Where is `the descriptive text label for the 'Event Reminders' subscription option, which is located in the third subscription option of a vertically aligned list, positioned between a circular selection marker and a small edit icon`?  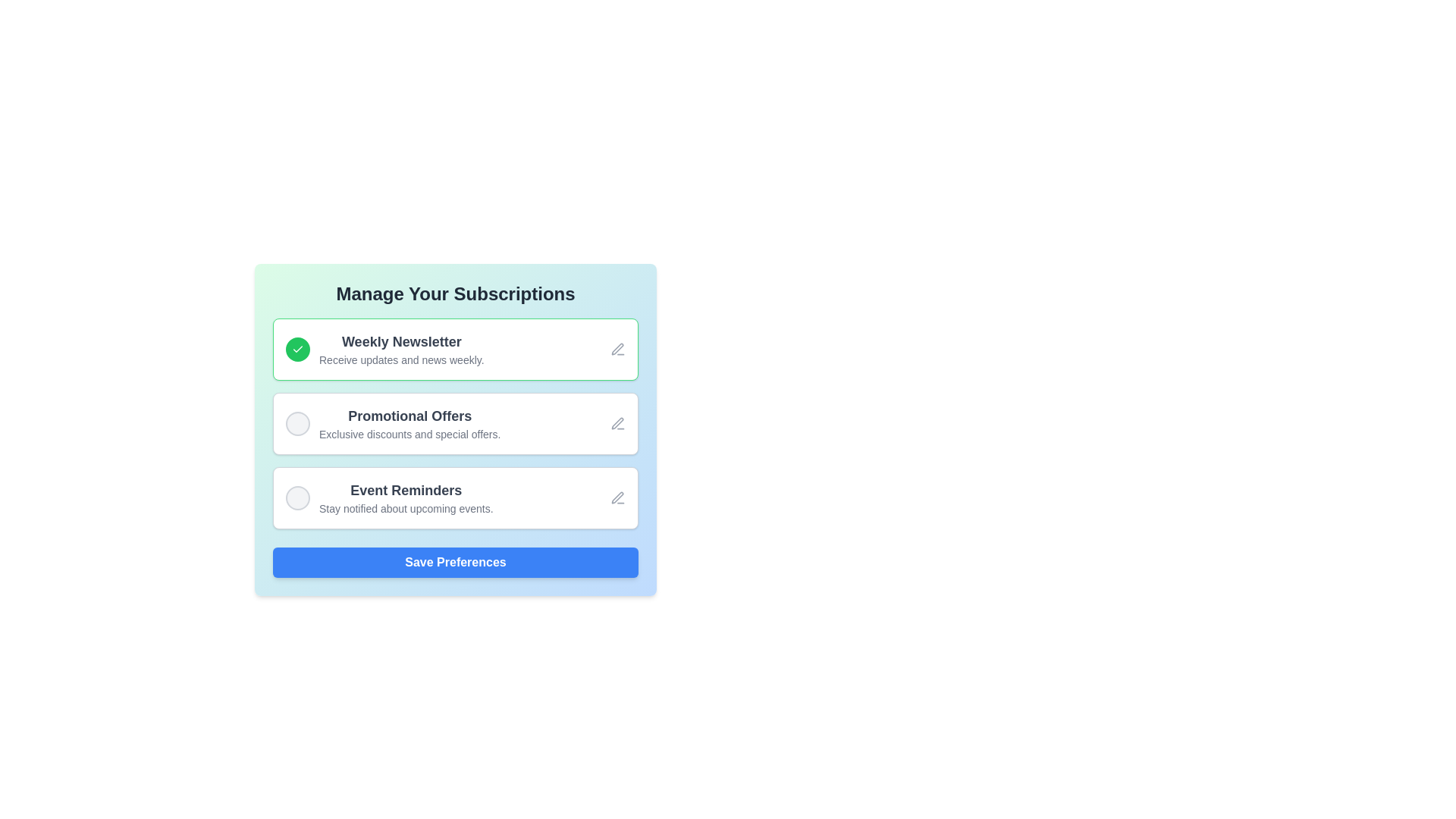
the descriptive text label for the 'Event Reminders' subscription option, which is located in the third subscription option of a vertically aligned list, positioned between a circular selection marker and a small edit icon is located at coordinates (406, 497).